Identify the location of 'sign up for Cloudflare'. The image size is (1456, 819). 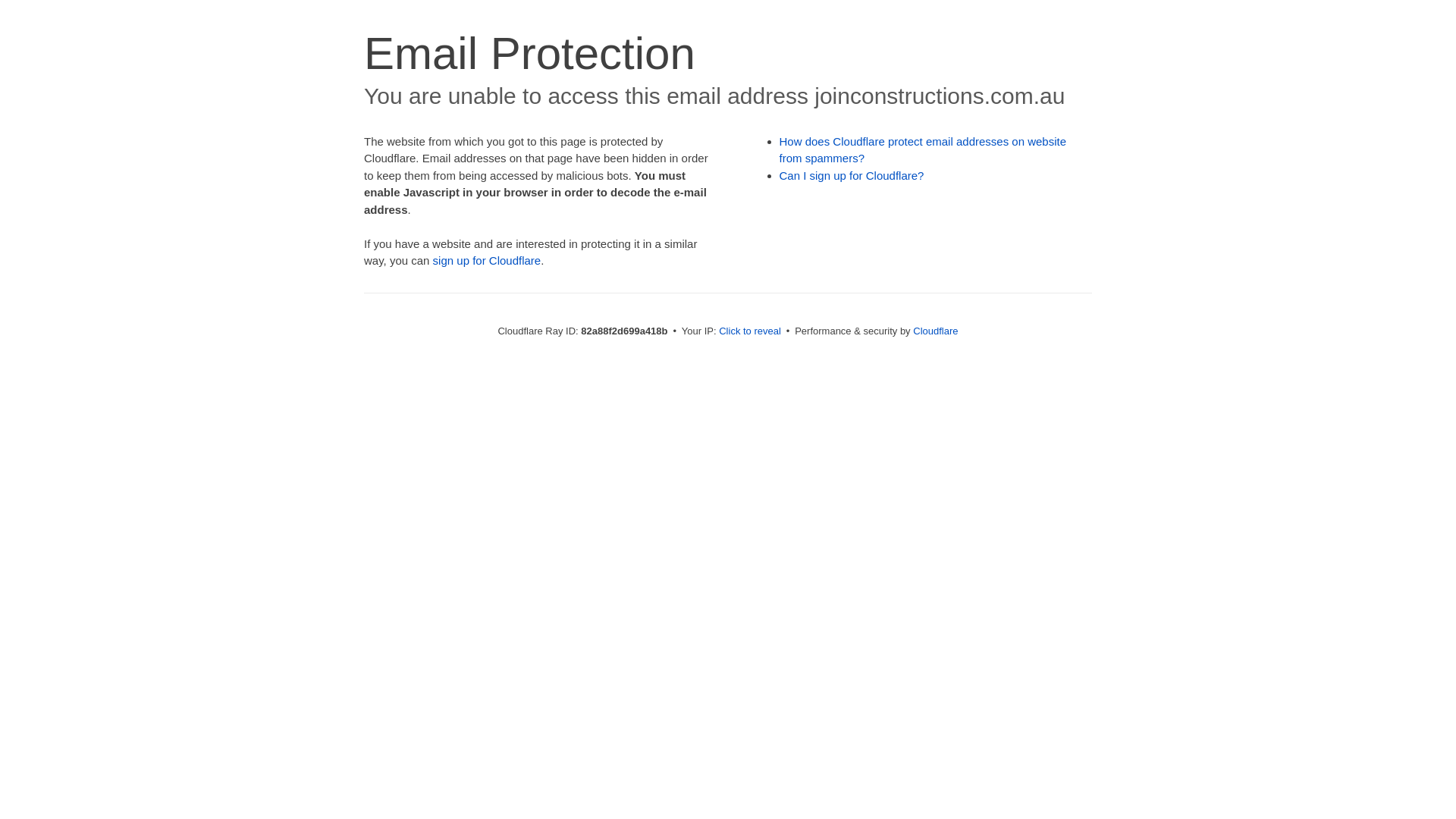
(487, 259).